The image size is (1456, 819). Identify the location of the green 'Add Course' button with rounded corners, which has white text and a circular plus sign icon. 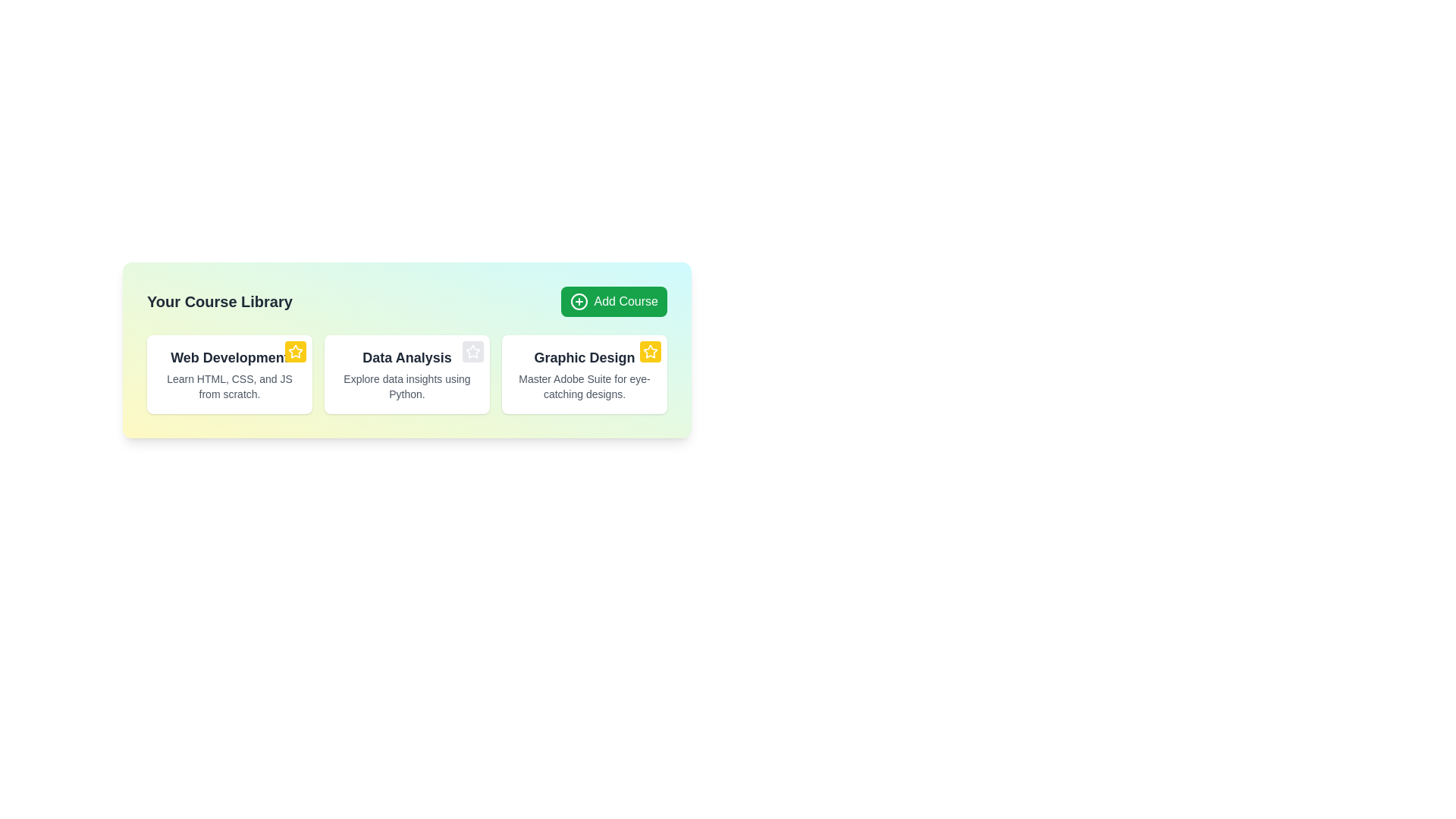
(613, 301).